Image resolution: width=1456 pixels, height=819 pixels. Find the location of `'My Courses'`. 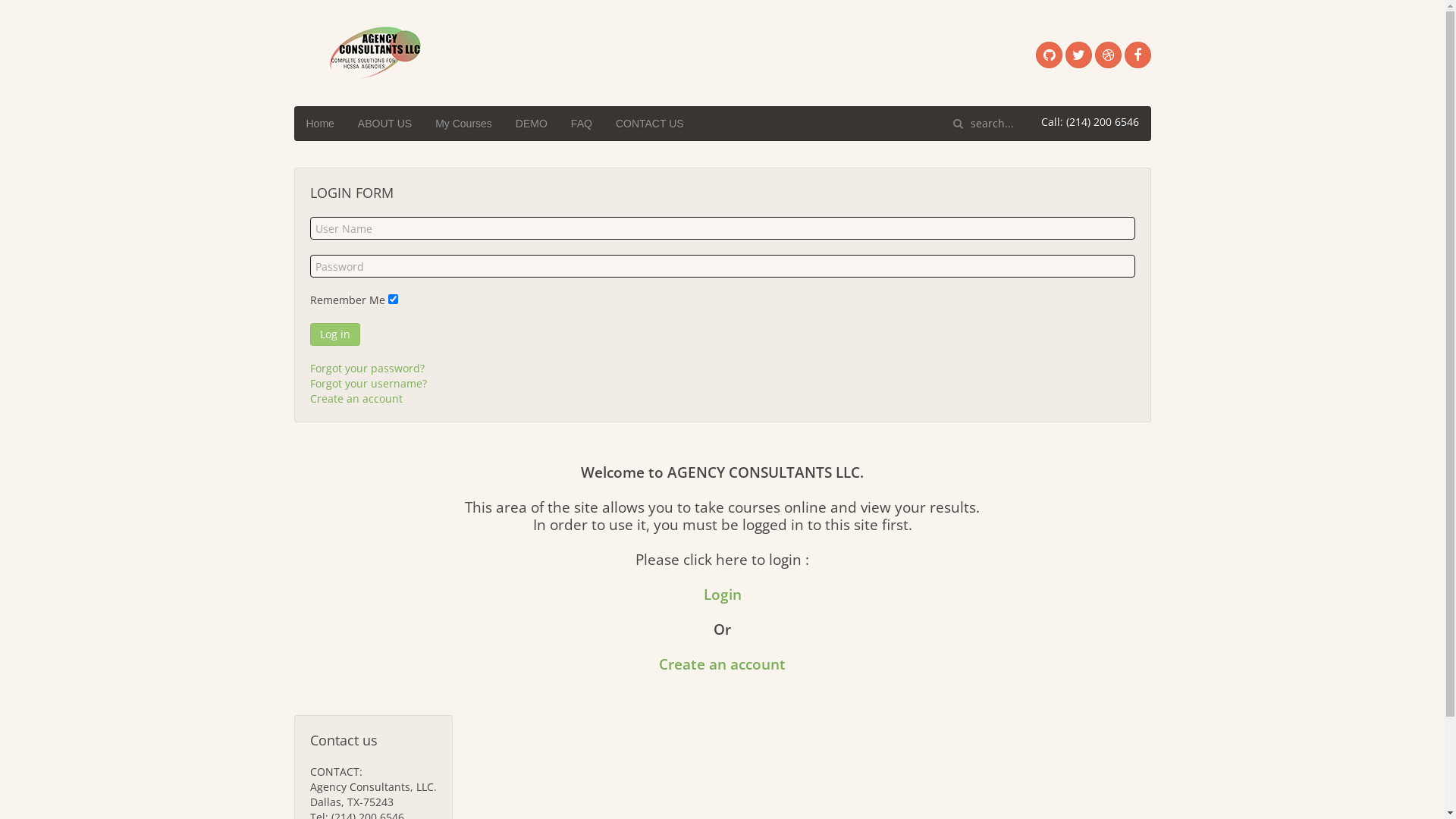

'My Courses' is located at coordinates (463, 122).